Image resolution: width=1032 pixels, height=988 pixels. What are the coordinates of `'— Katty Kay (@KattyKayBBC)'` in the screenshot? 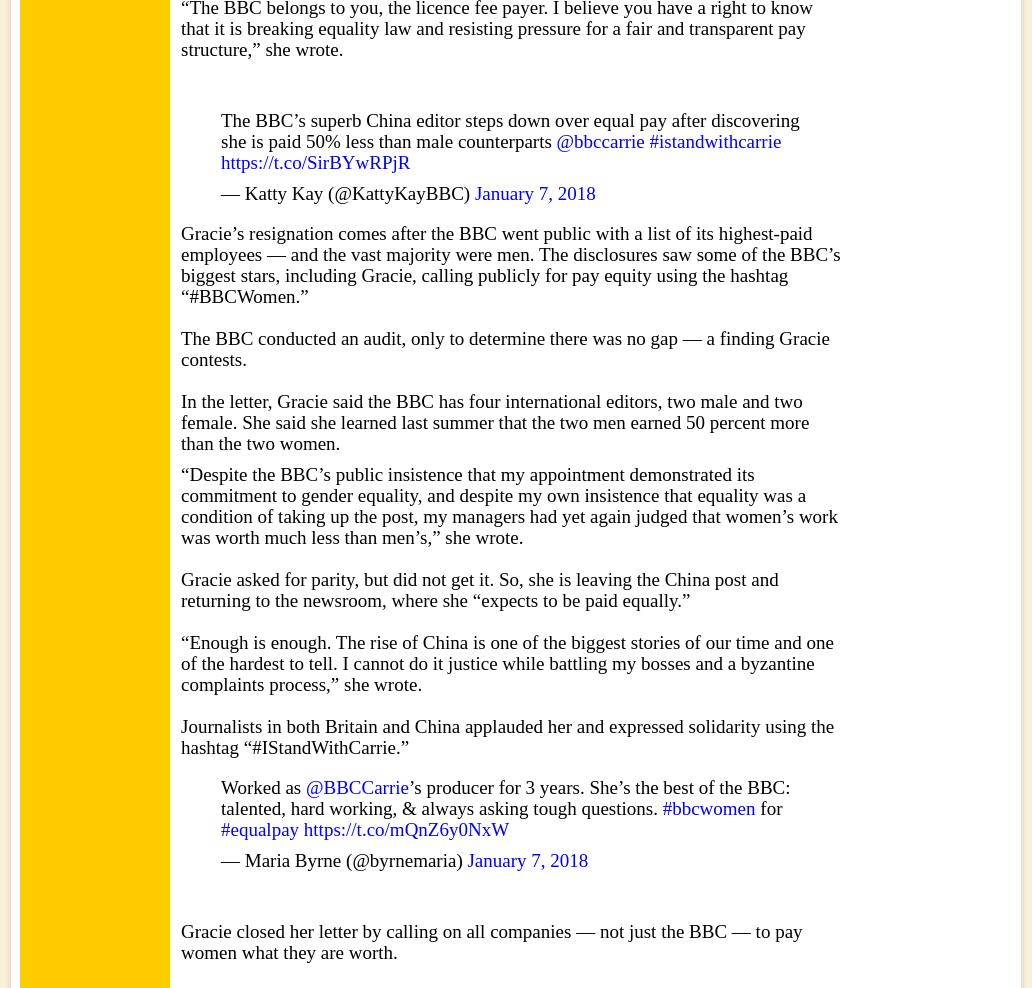 It's located at (219, 193).